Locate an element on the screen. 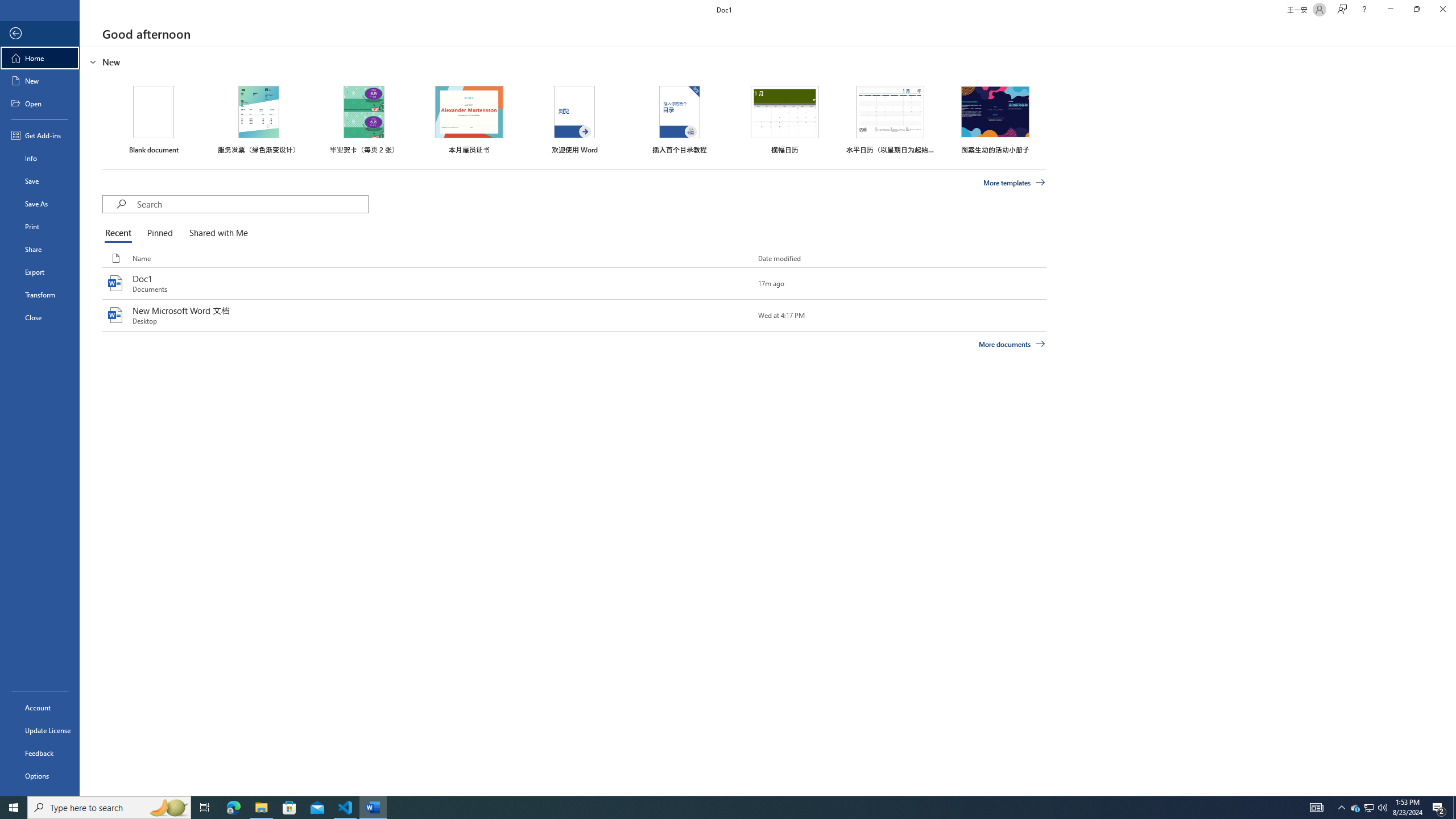 The image size is (1456, 819). 'Get Add-ins' is located at coordinates (39, 135).